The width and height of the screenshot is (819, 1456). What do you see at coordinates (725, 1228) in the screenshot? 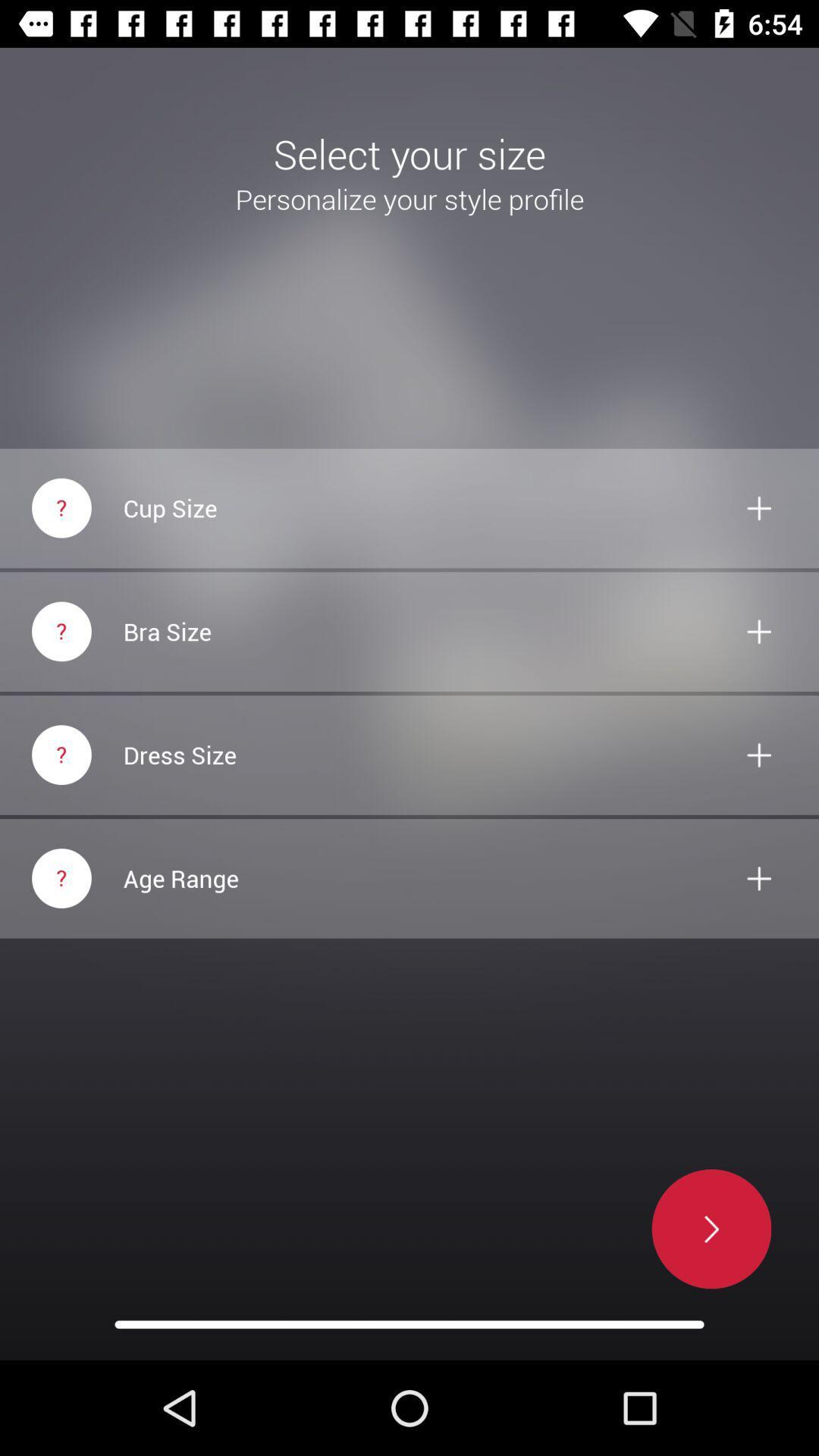
I see `the arrow_forward icon` at bounding box center [725, 1228].